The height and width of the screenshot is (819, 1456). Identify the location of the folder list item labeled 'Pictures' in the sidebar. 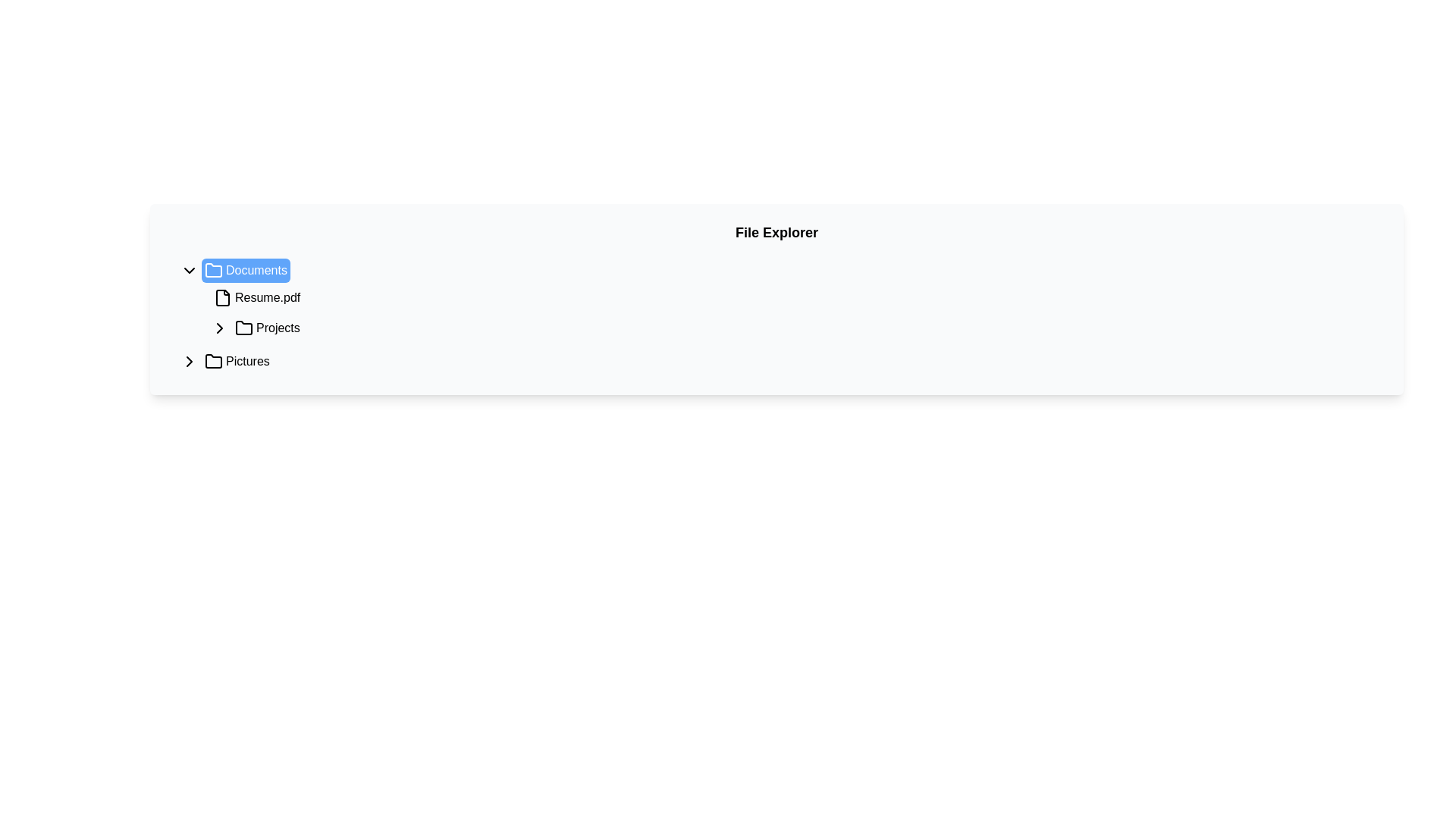
(236, 362).